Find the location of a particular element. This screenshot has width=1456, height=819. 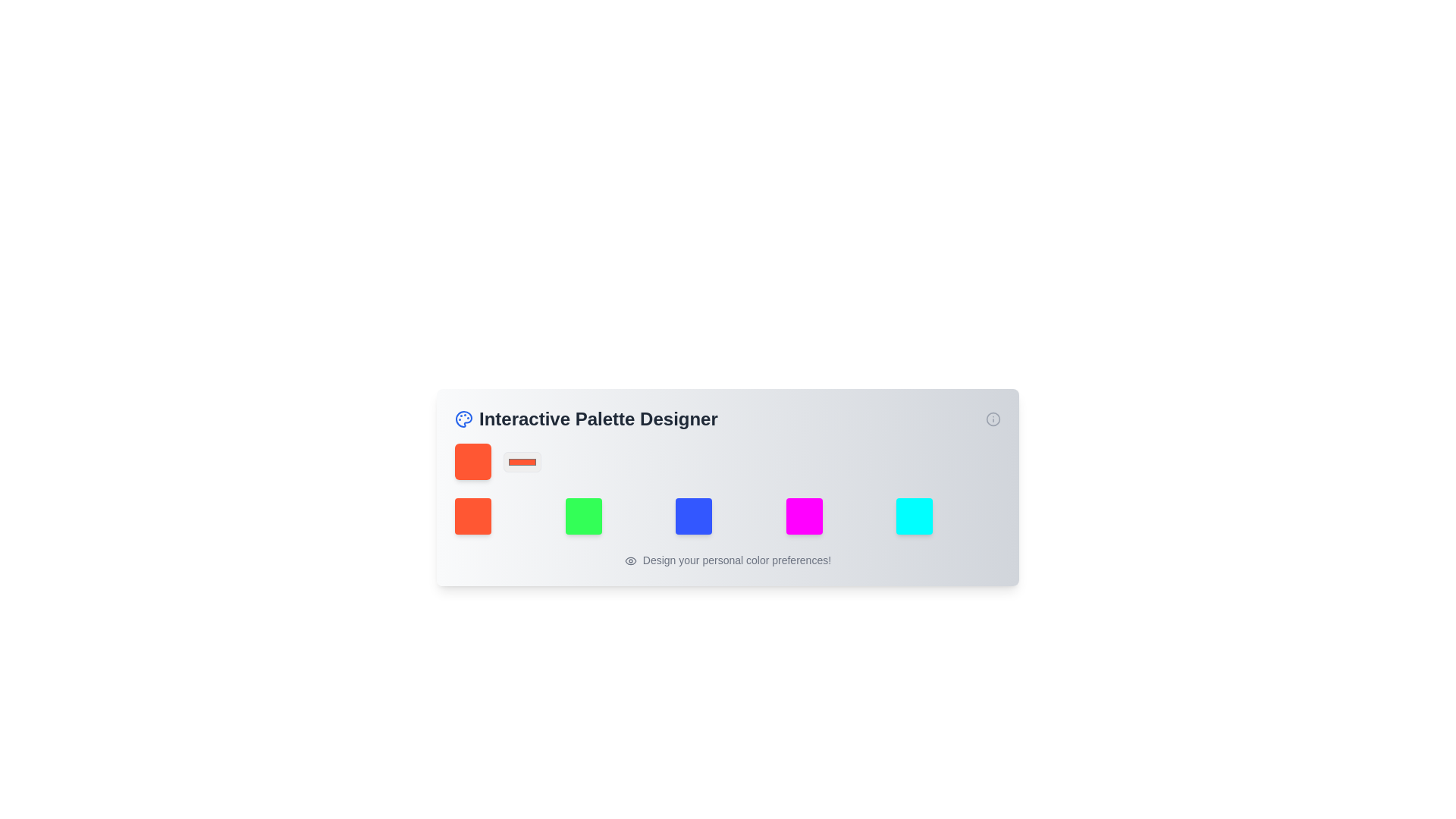

the vibrant orange color swatch located at the top left of the Interactive Palette Designer group is located at coordinates (472, 461).